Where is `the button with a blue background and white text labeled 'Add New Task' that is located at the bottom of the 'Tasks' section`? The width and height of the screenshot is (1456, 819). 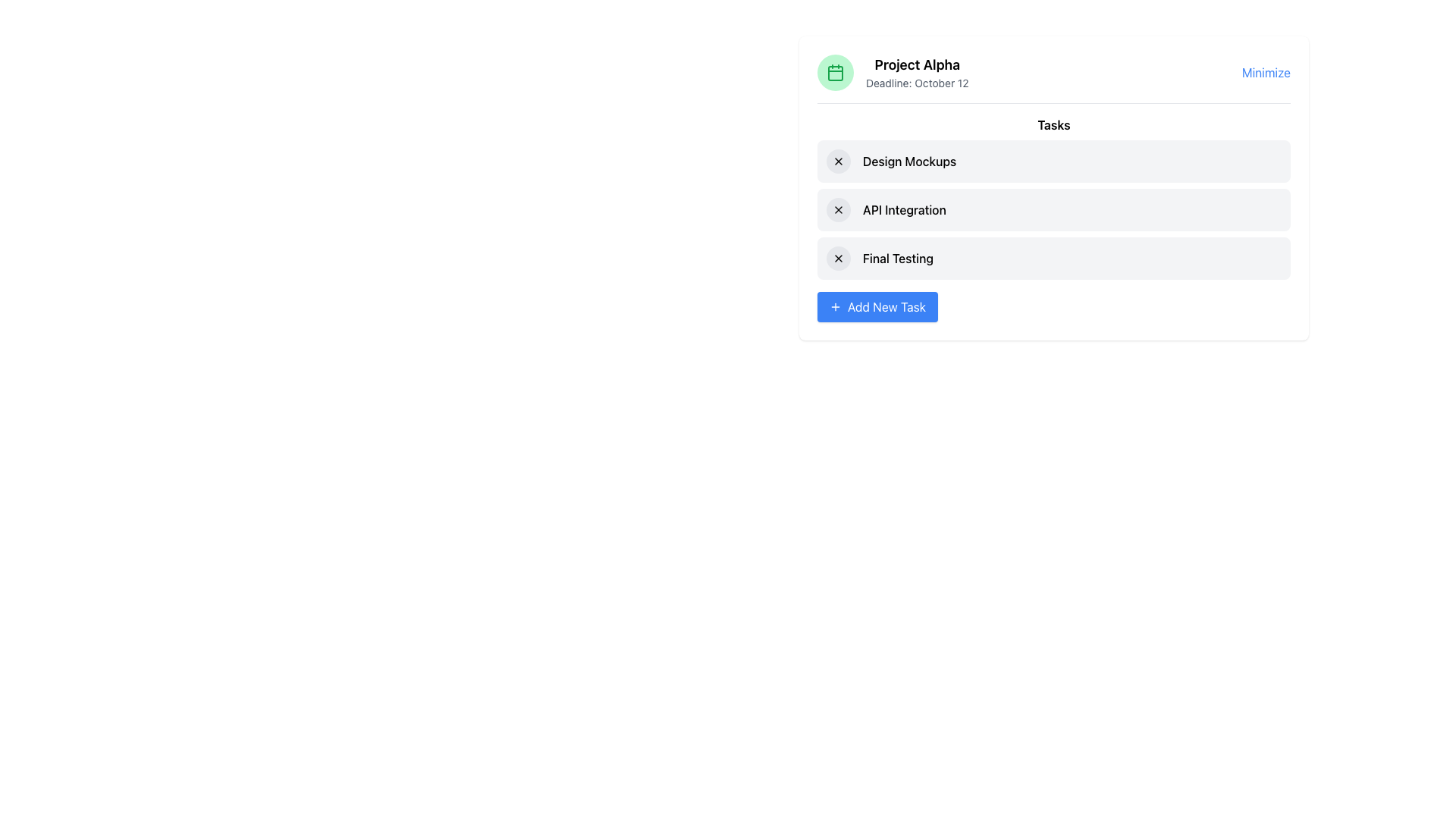 the button with a blue background and white text labeled 'Add New Task' that is located at the bottom of the 'Tasks' section is located at coordinates (877, 307).